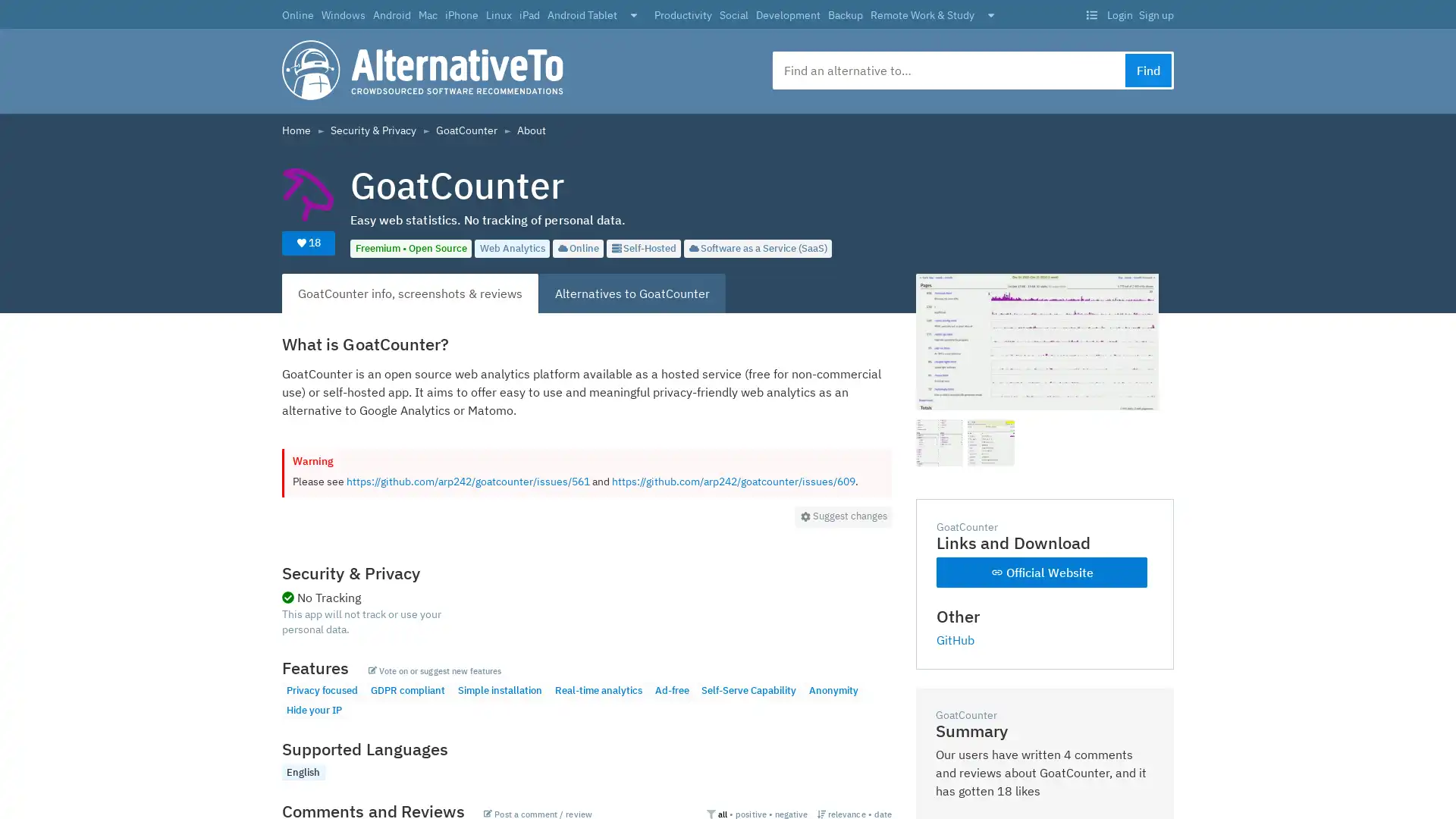 The width and height of the screenshot is (1456, 819). What do you see at coordinates (843, 516) in the screenshot?
I see `GoatCounter menu` at bounding box center [843, 516].